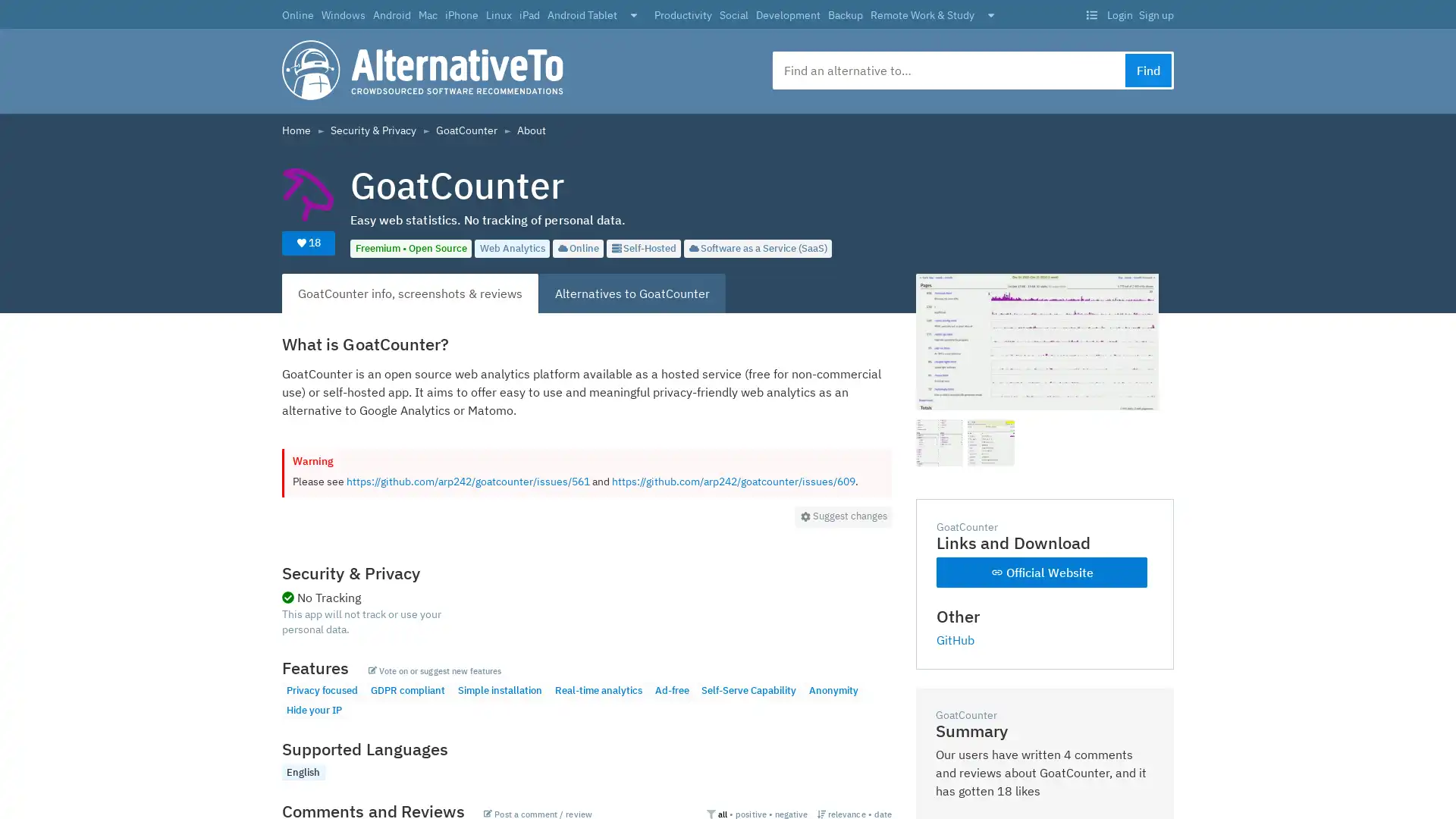 The width and height of the screenshot is (1456, 819). What do you see at coordinates (843, 516) in the screenshot?
I see `GoatCounter menu` at bounding box center [843, 516].